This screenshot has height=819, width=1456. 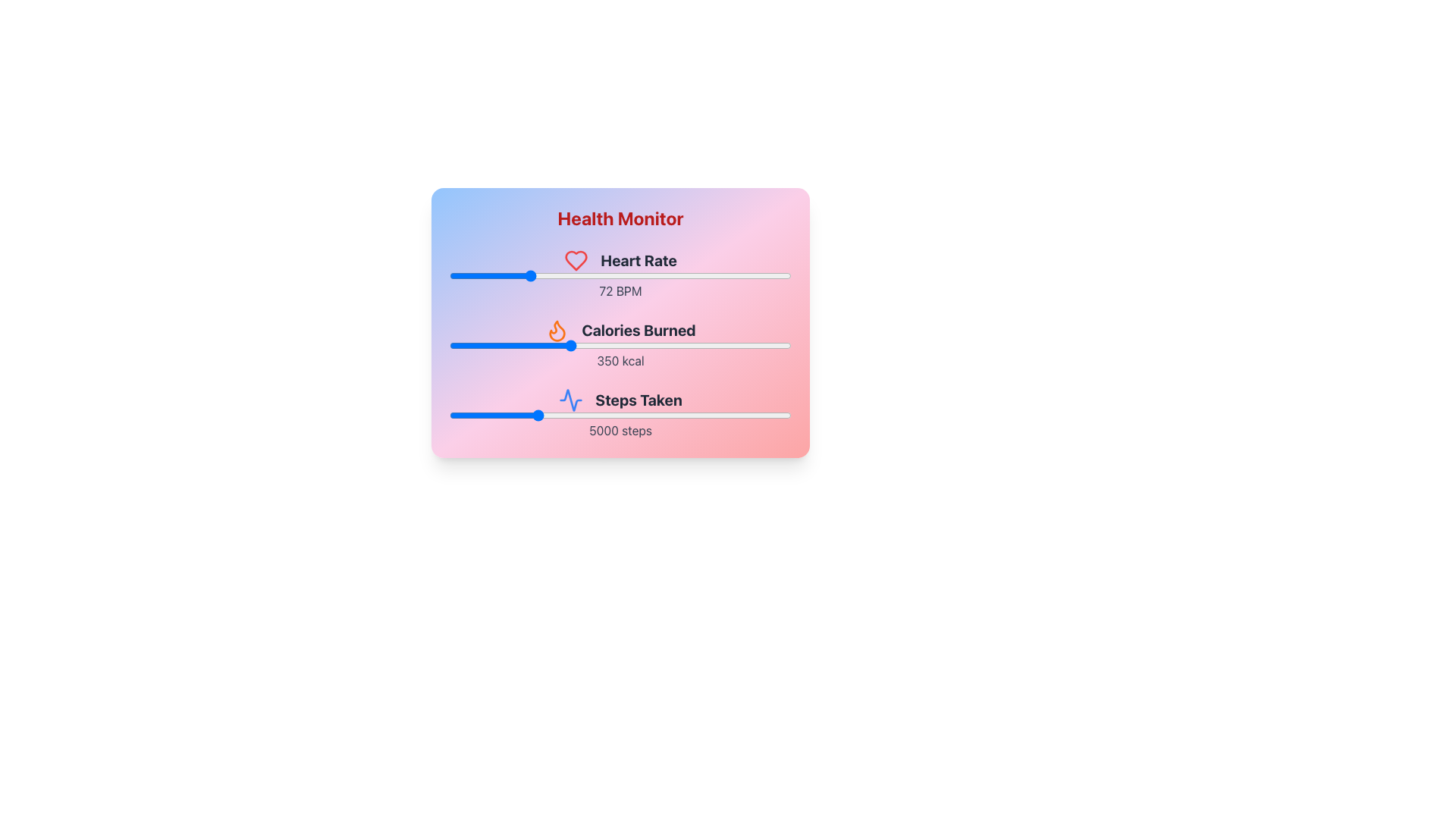 I want to click on the step count, so click(x=458, y=415).